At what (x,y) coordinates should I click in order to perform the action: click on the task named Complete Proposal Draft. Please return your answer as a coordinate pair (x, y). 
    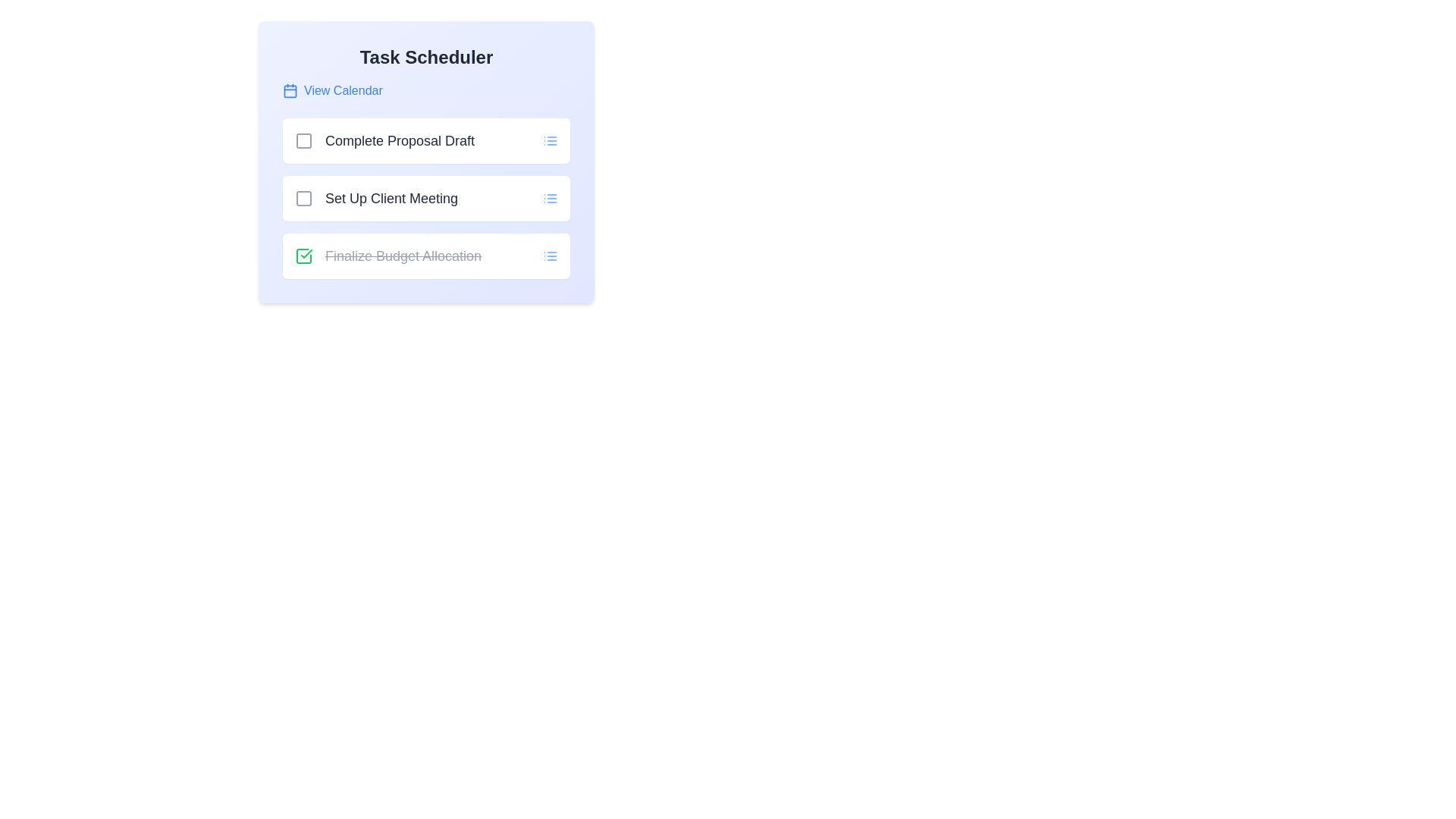
    Looking at the image, I should click on (303, 140).